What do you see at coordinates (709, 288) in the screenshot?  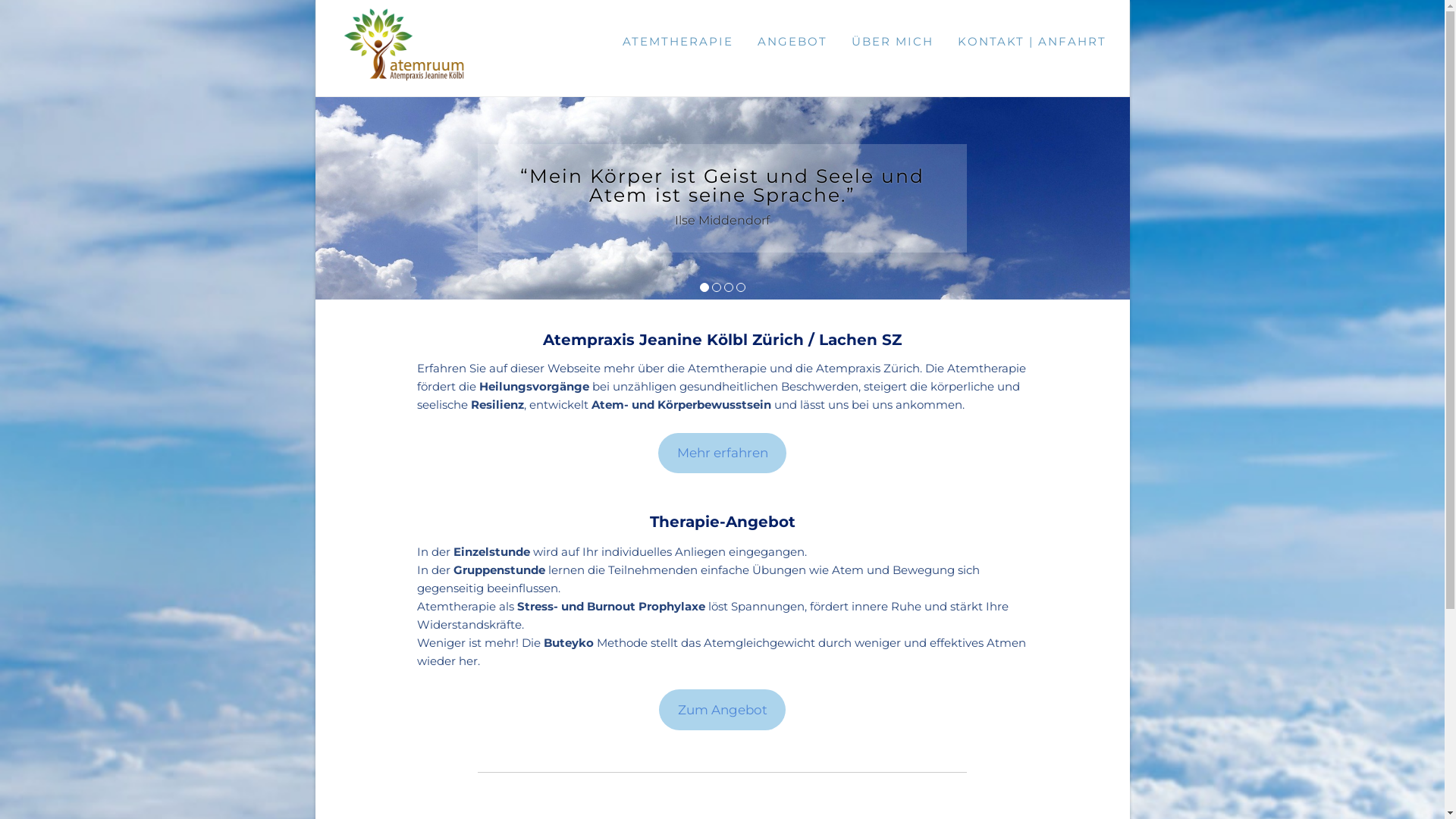 I see `'2'` at bounding box center [709, 288].